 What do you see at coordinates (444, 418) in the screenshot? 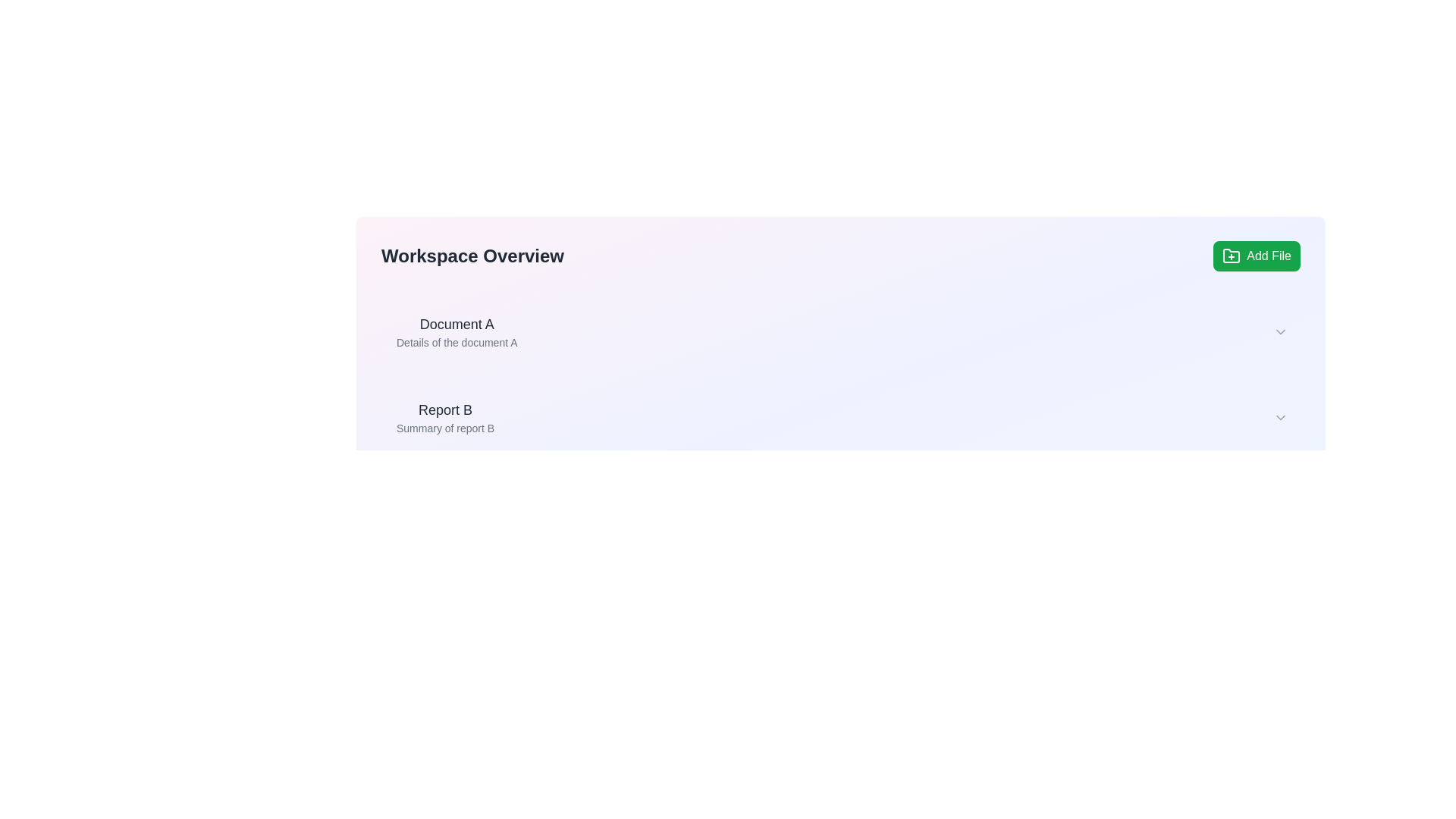
I see `the Text display element titled 'Report B'` at bounding box center [444, 418].